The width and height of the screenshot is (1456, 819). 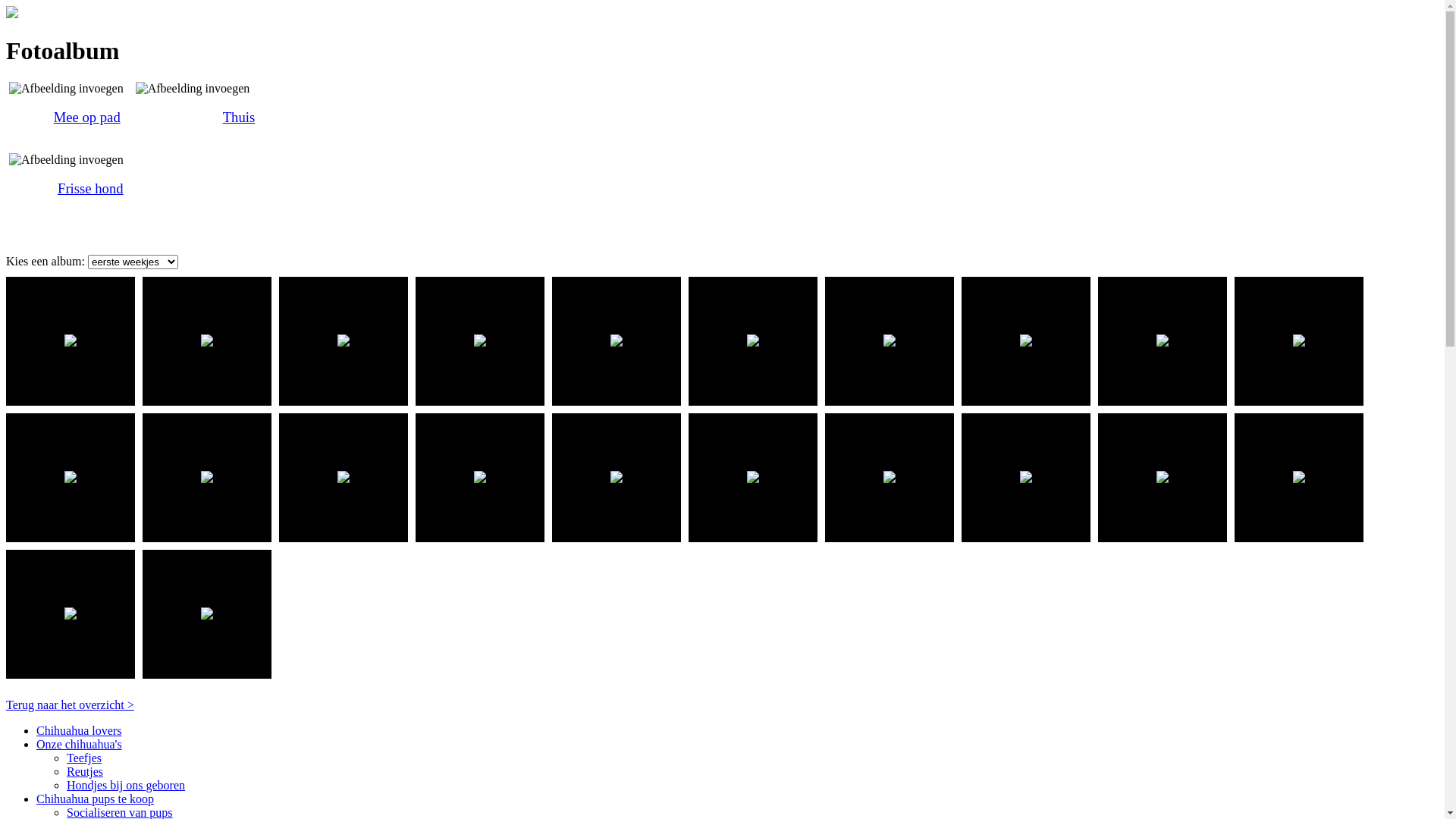 I want to click on 'Thuis', so click(x=238, y=116).